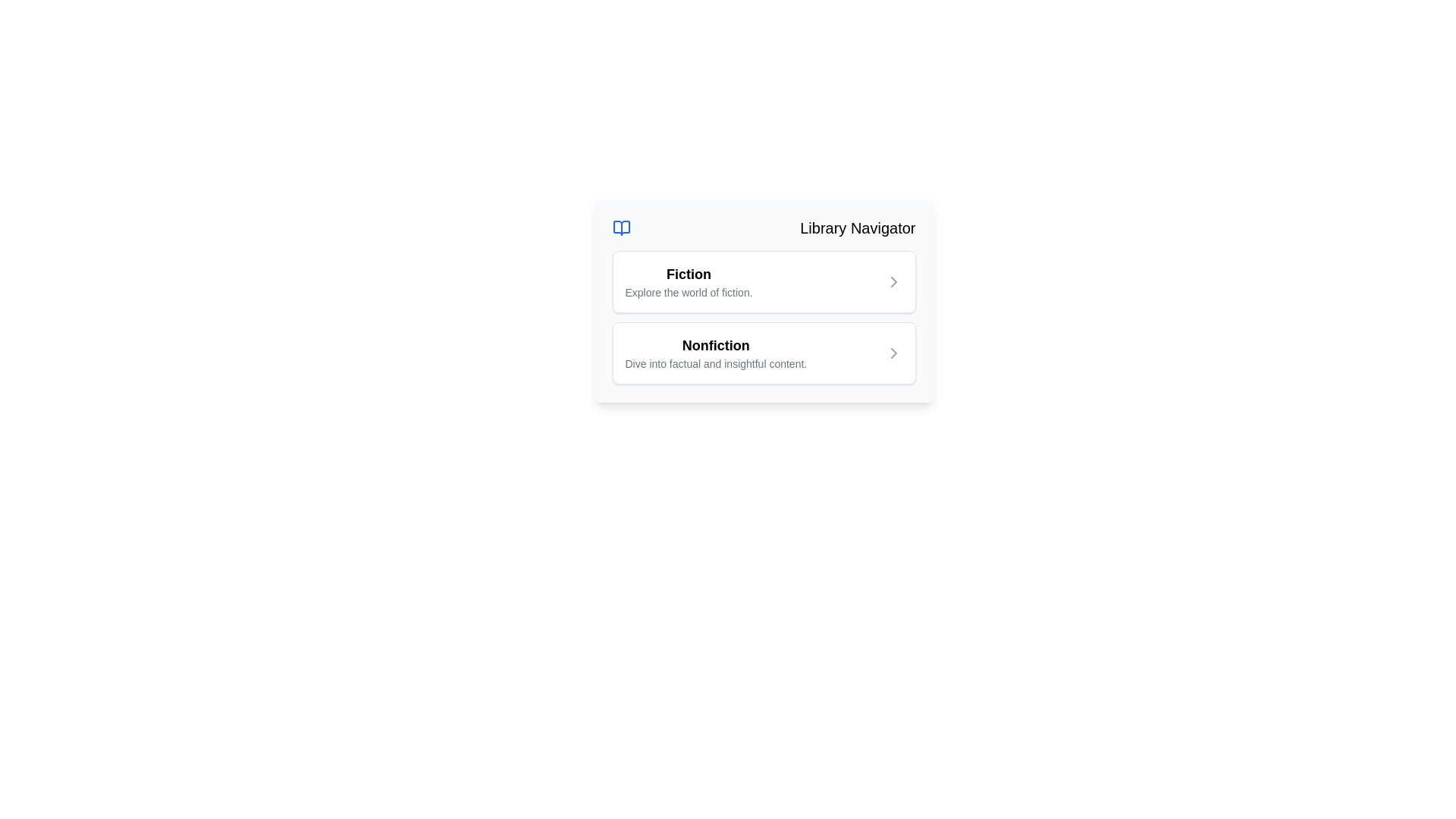 The width and height of the screenshot is (1456, 819). I want to click on the open book icon with blue strokes located to the far left in the header bar of the 'Library Navigator' section, so click(621, 227).